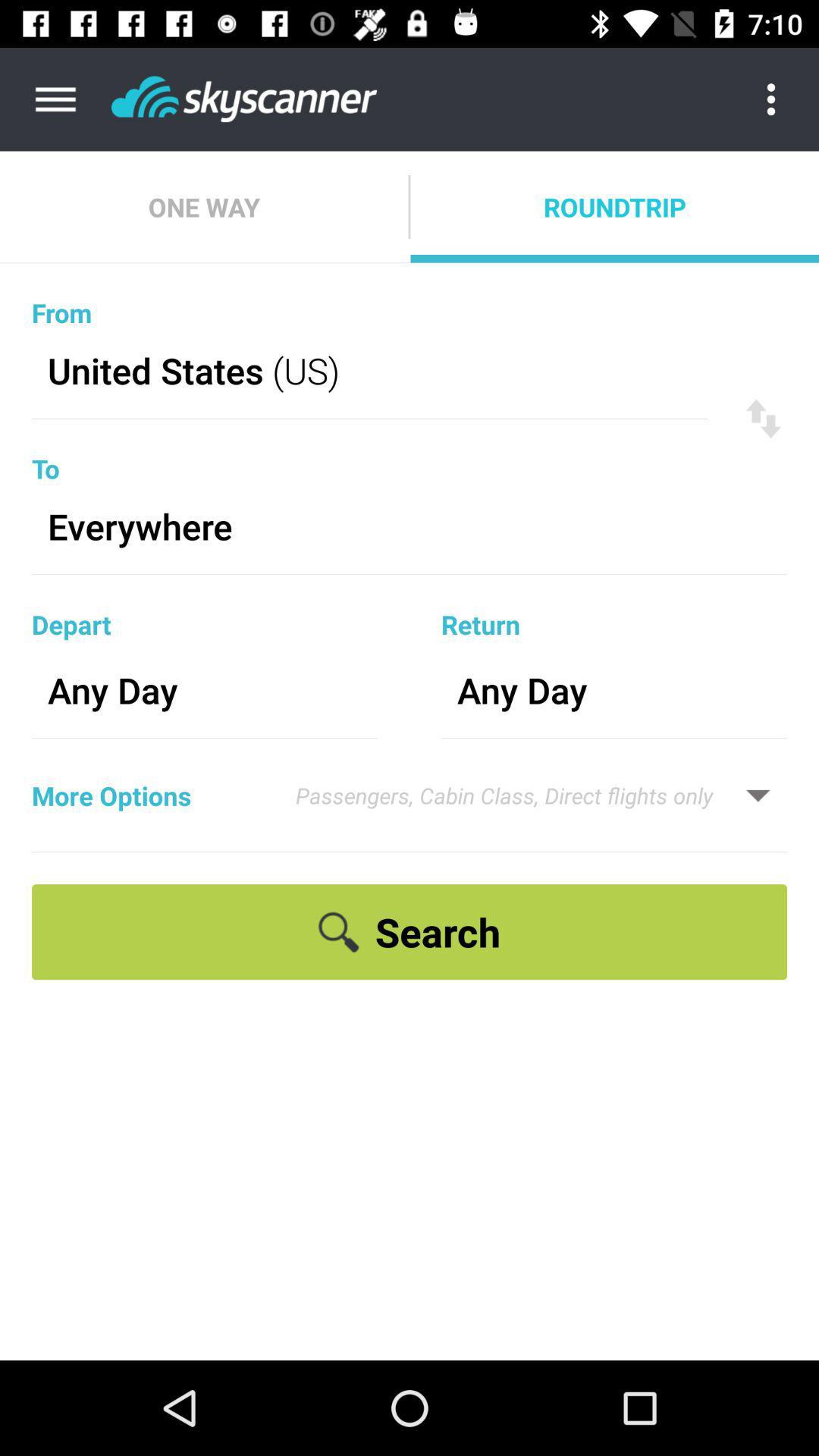  I want to click on the symbol which is right hand side of the text united statesus, so click(763, 419).